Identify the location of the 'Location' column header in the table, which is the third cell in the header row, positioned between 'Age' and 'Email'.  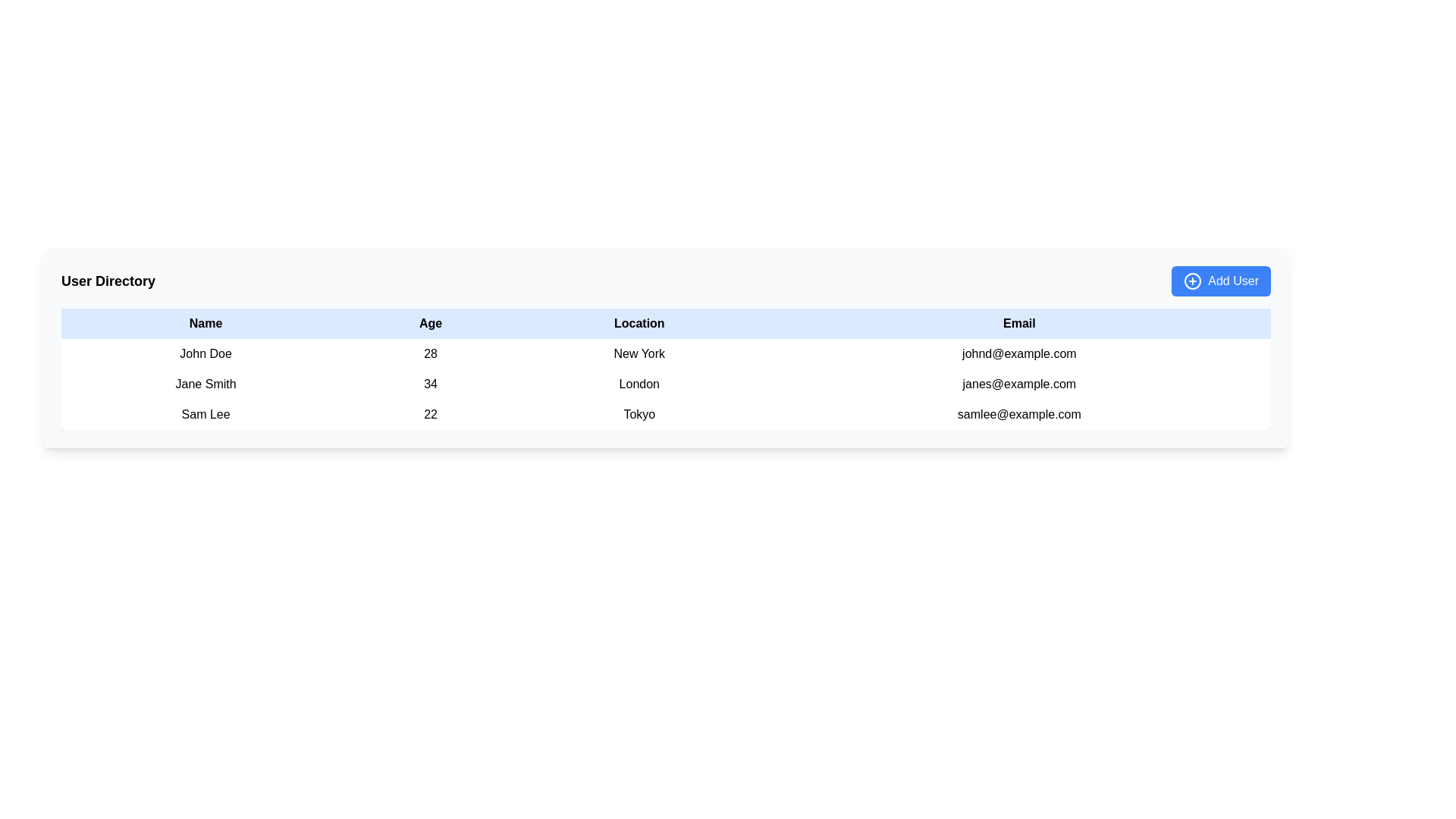
(639, 323).